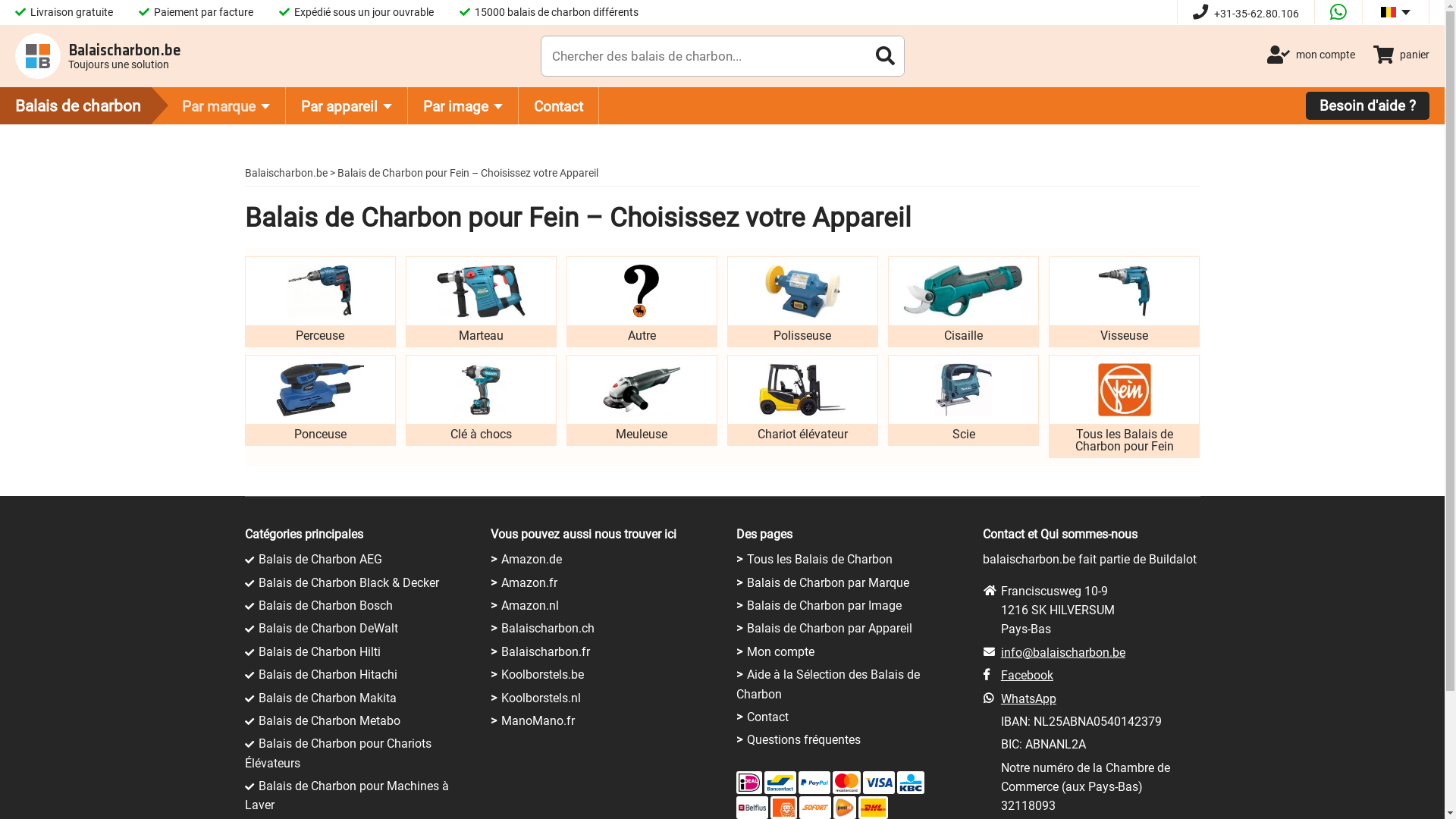  I want to click on 'Koolborstels.be', so click(542, 673).